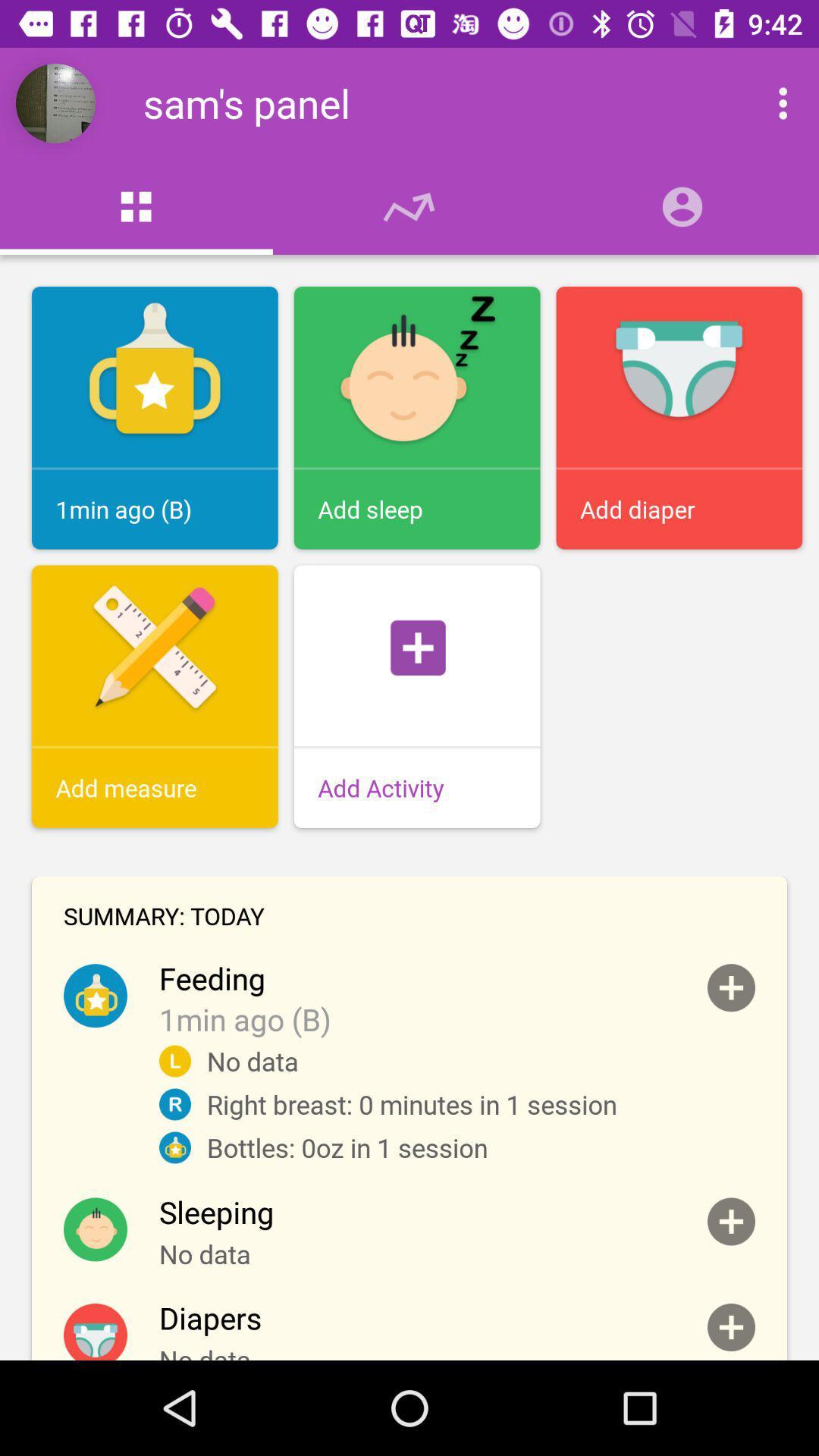 The width and height of the screenshot is (819, 1456). What do you see at coordinates (730, 1326) in the screenshot?
I see `data` at bounding box center [730, 1326].